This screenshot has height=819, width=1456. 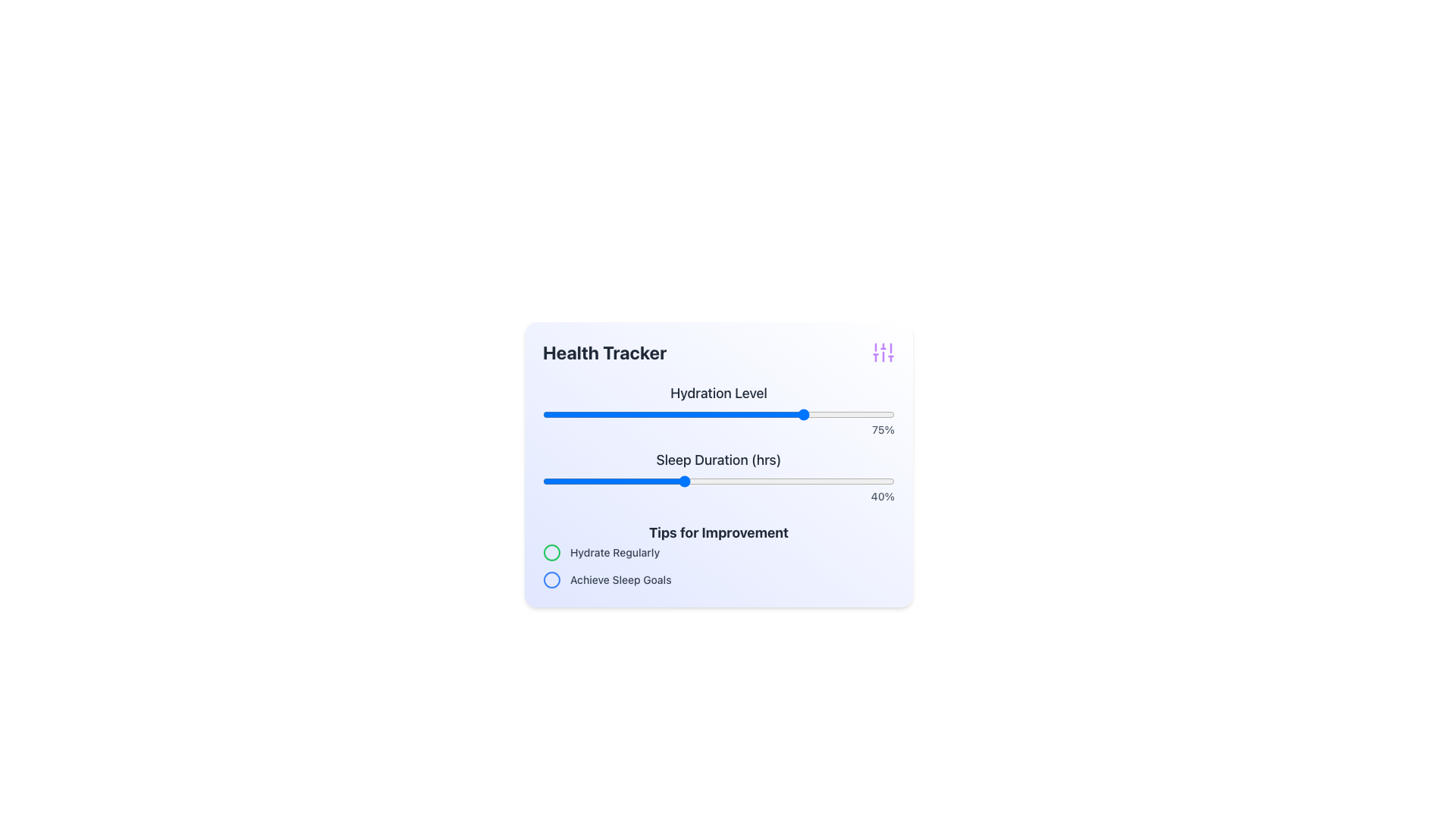 I want to click on the list element containing 'Hydrate Regularly' and 'Achieve Sleep Goals', so click(x=718, y=566).